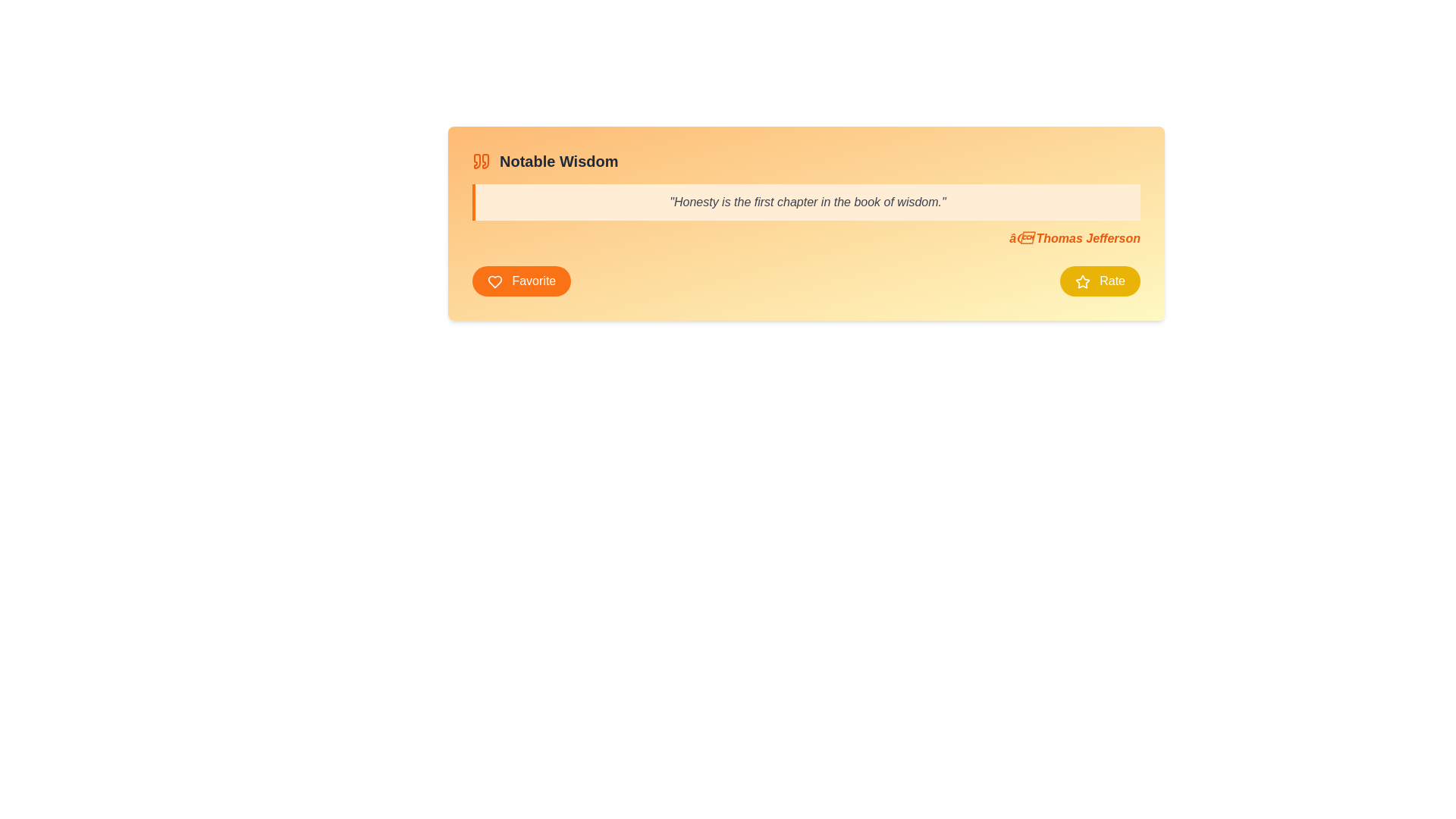  Describe the element at coordinates (480, 161) in the screenshot. I see `the vivid orange quotation mark icon located to the left of the text 'Notable Wisdom' in the top-left portion of the interface's center block` at that location.